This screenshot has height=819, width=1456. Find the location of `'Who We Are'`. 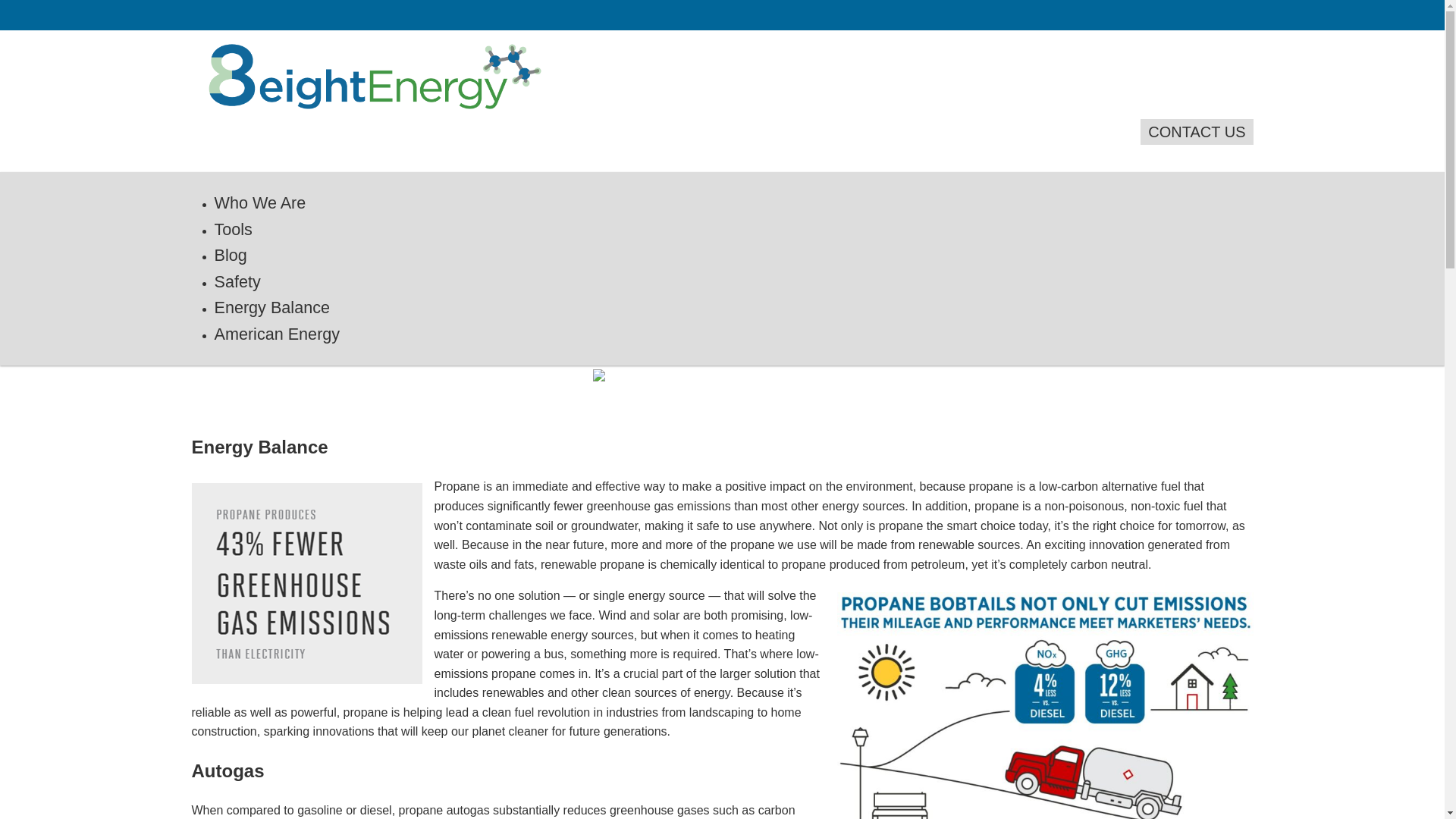

'Who We Are' is located at coordinates (259, 202).